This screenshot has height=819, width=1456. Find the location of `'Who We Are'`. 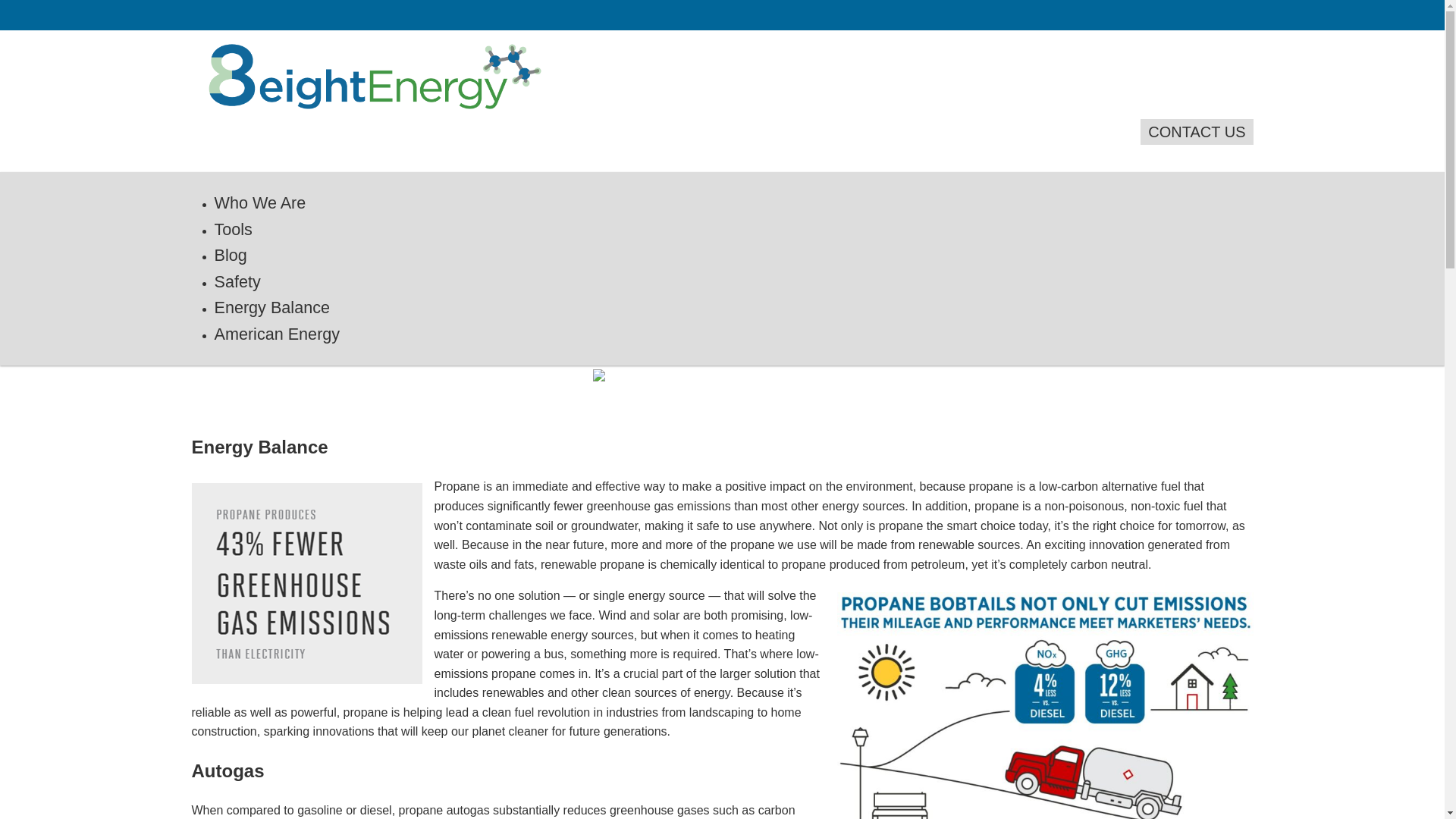

'Who We Are' is located at coordinates (259, 202).